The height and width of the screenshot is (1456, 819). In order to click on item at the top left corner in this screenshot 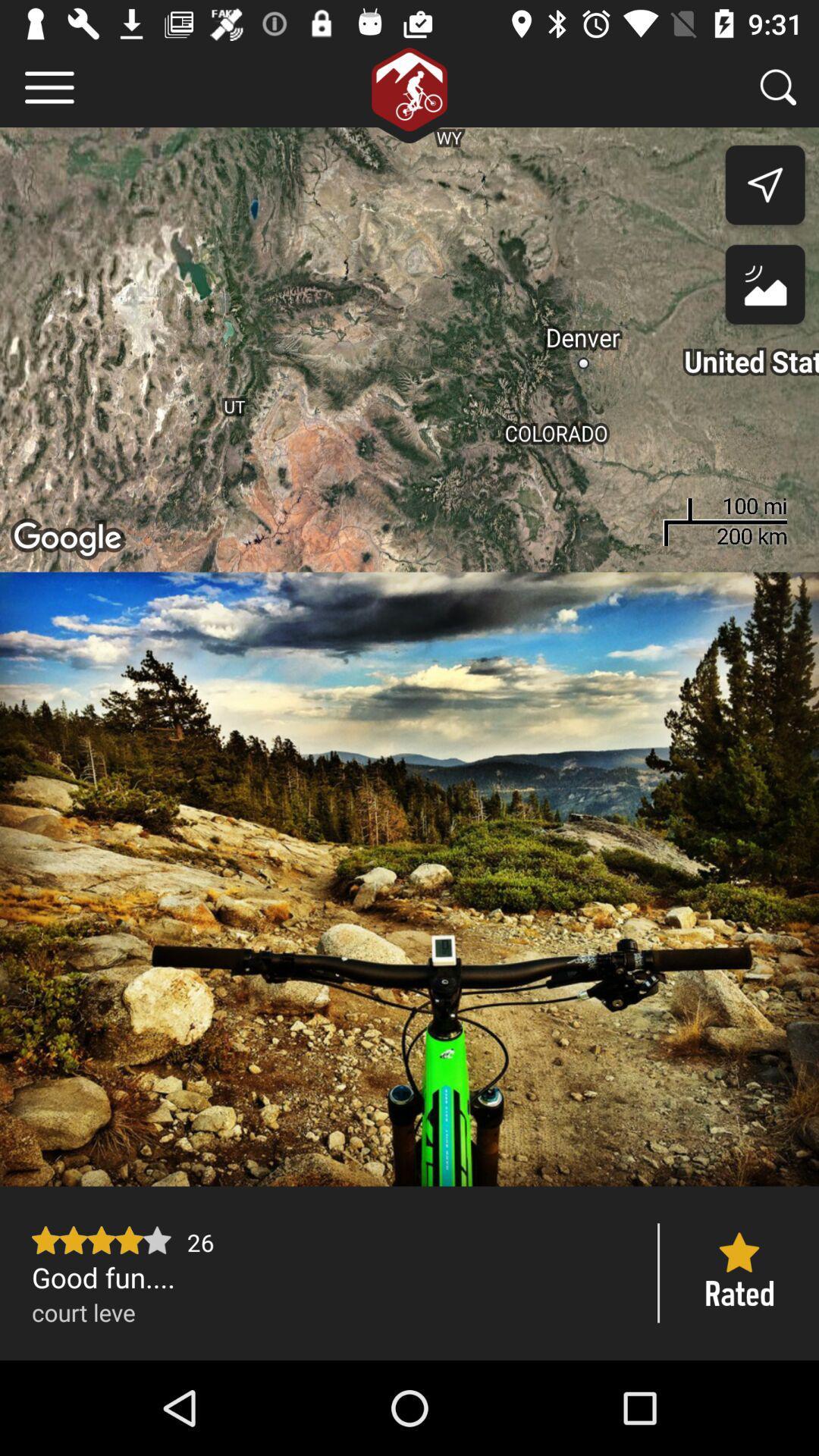, I will do `click(49, 86)`.